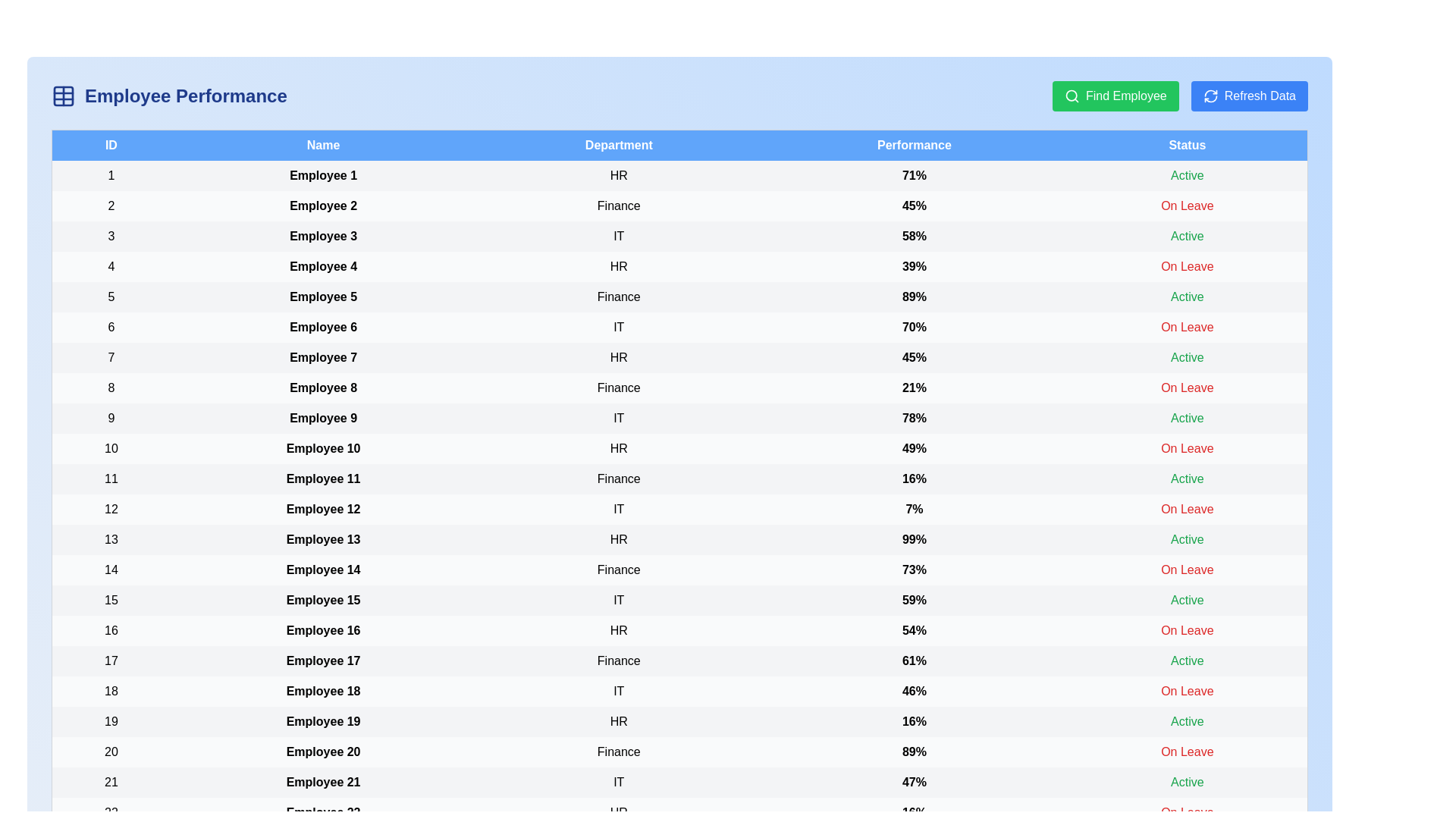 This screenshot has width=1456, height=819. I want to click on the header to sort by Status, so click(1187, 145).